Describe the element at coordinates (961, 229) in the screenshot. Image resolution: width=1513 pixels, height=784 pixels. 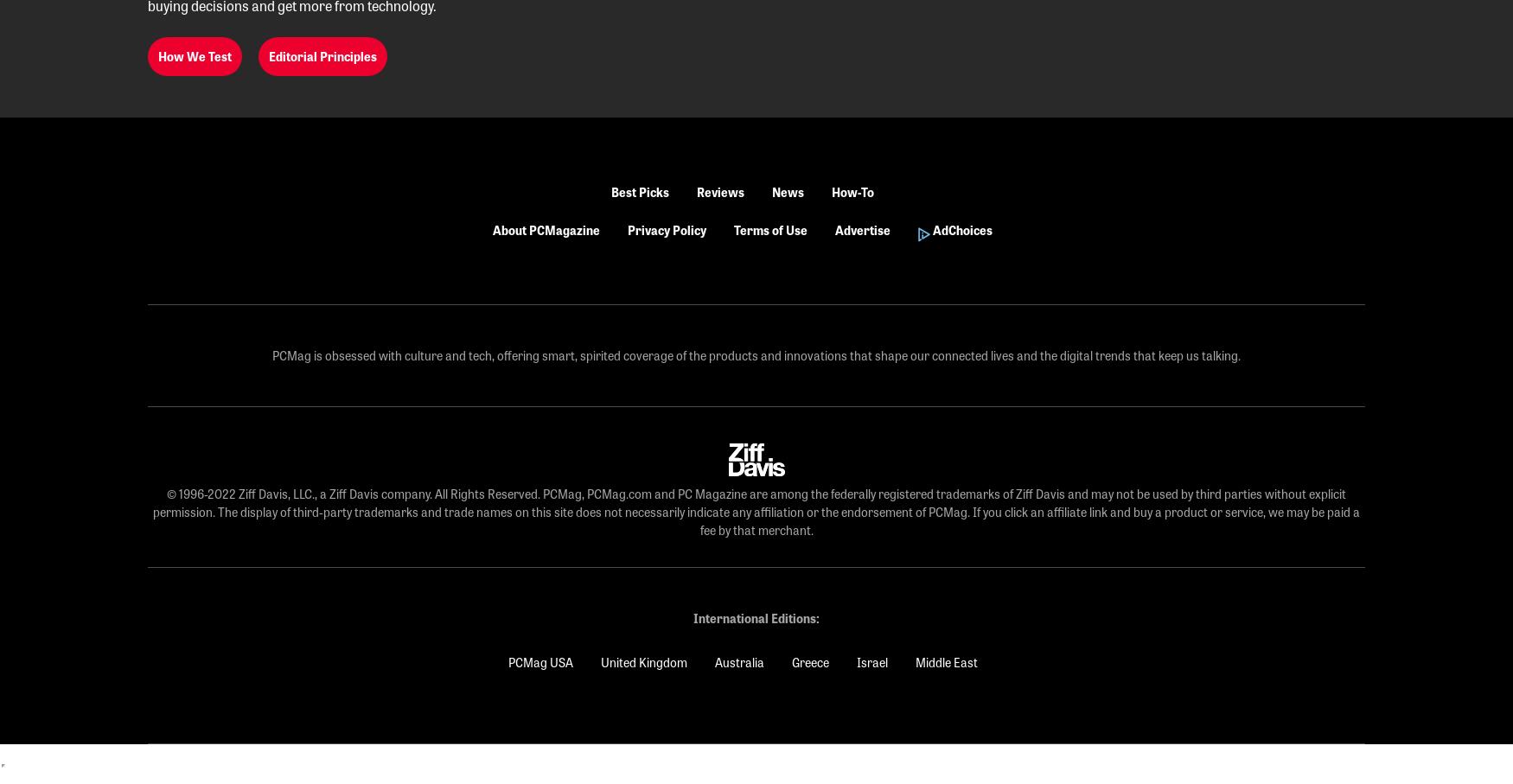
I see `'AdChoices'` at that location.